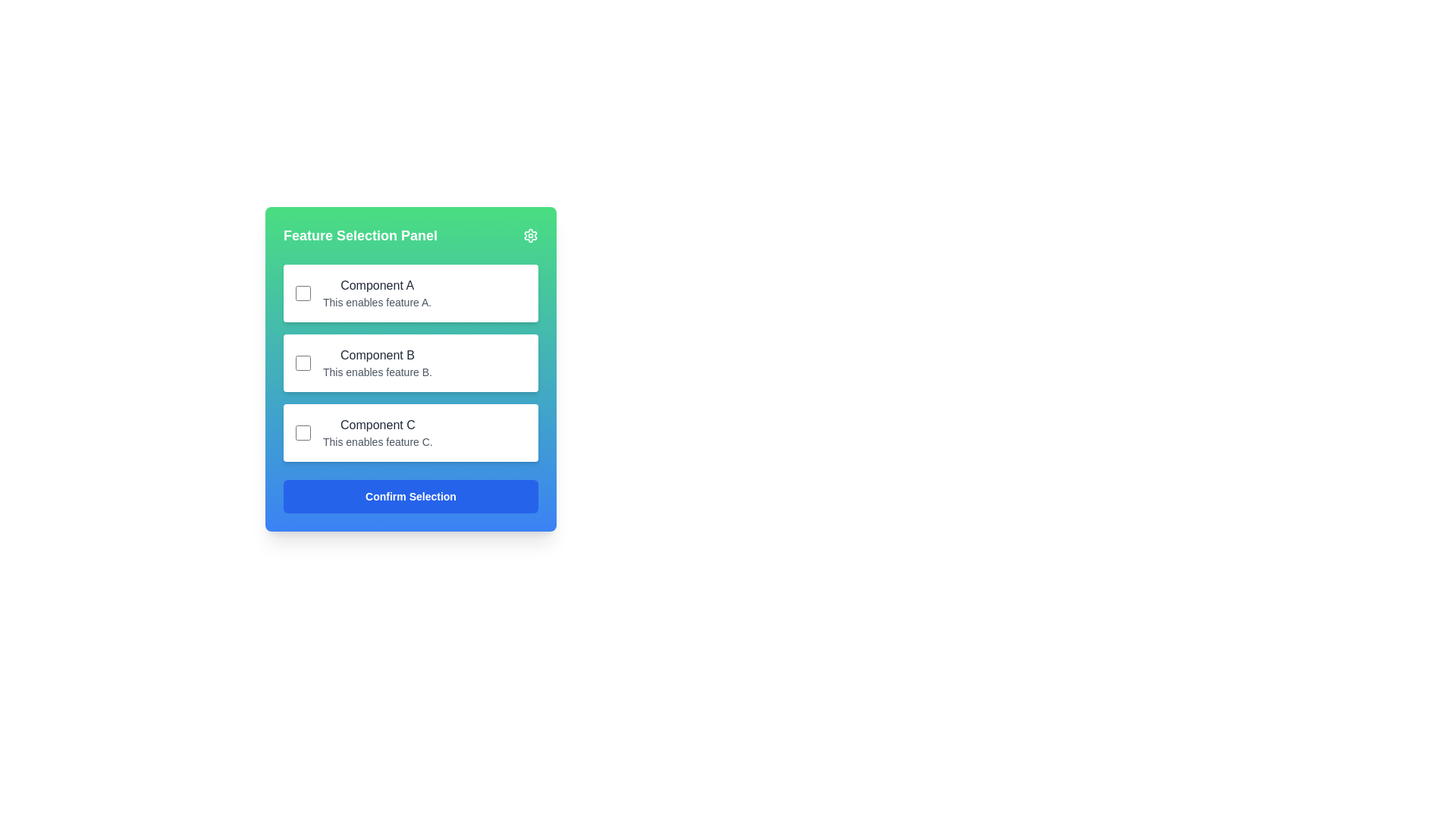  Describe the element at coordinates (377, 302) in the screenshot. I see `the Text label that describes the feature for 'Component A' in the Feature Selection Panel, located in the second row and aligned to the left of the corresponding checkbox` at that location.